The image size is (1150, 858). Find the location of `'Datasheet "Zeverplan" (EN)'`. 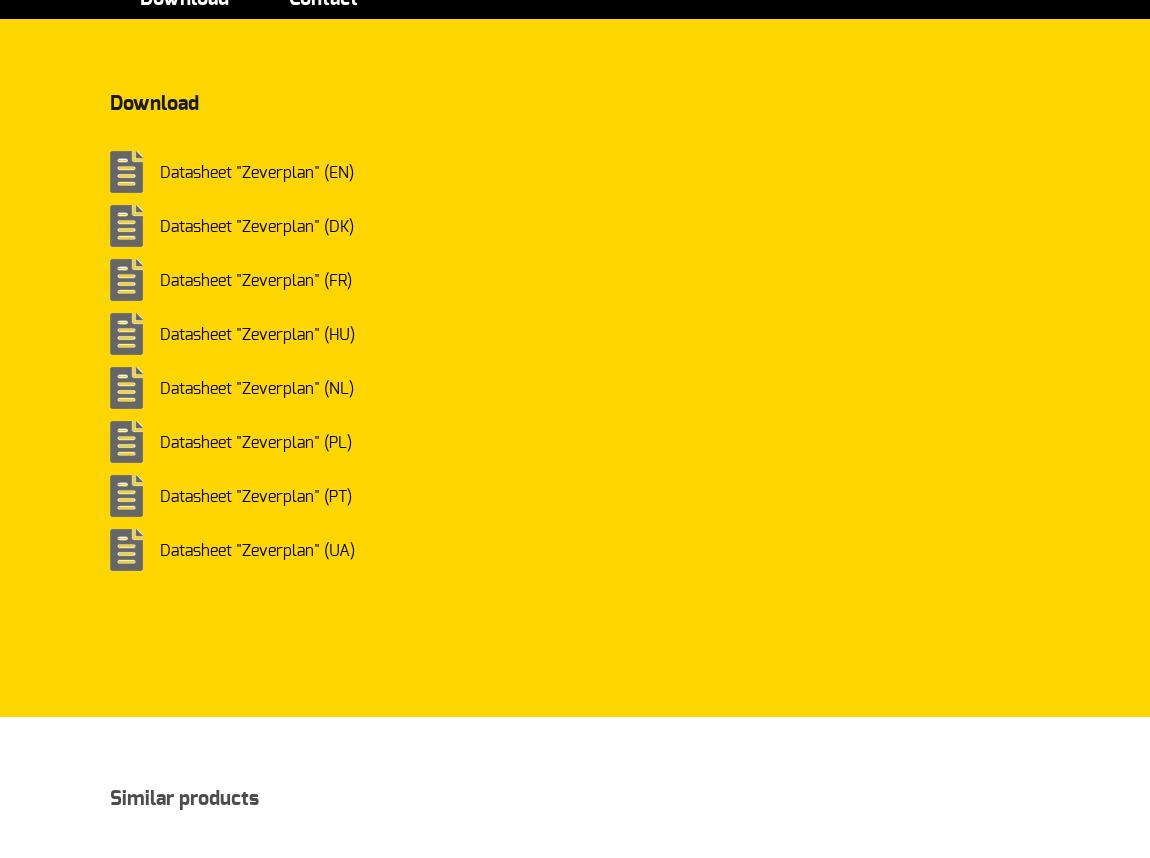

'Datasheet "Zeverplan" (EN)' is located at coordinates (256, 172).